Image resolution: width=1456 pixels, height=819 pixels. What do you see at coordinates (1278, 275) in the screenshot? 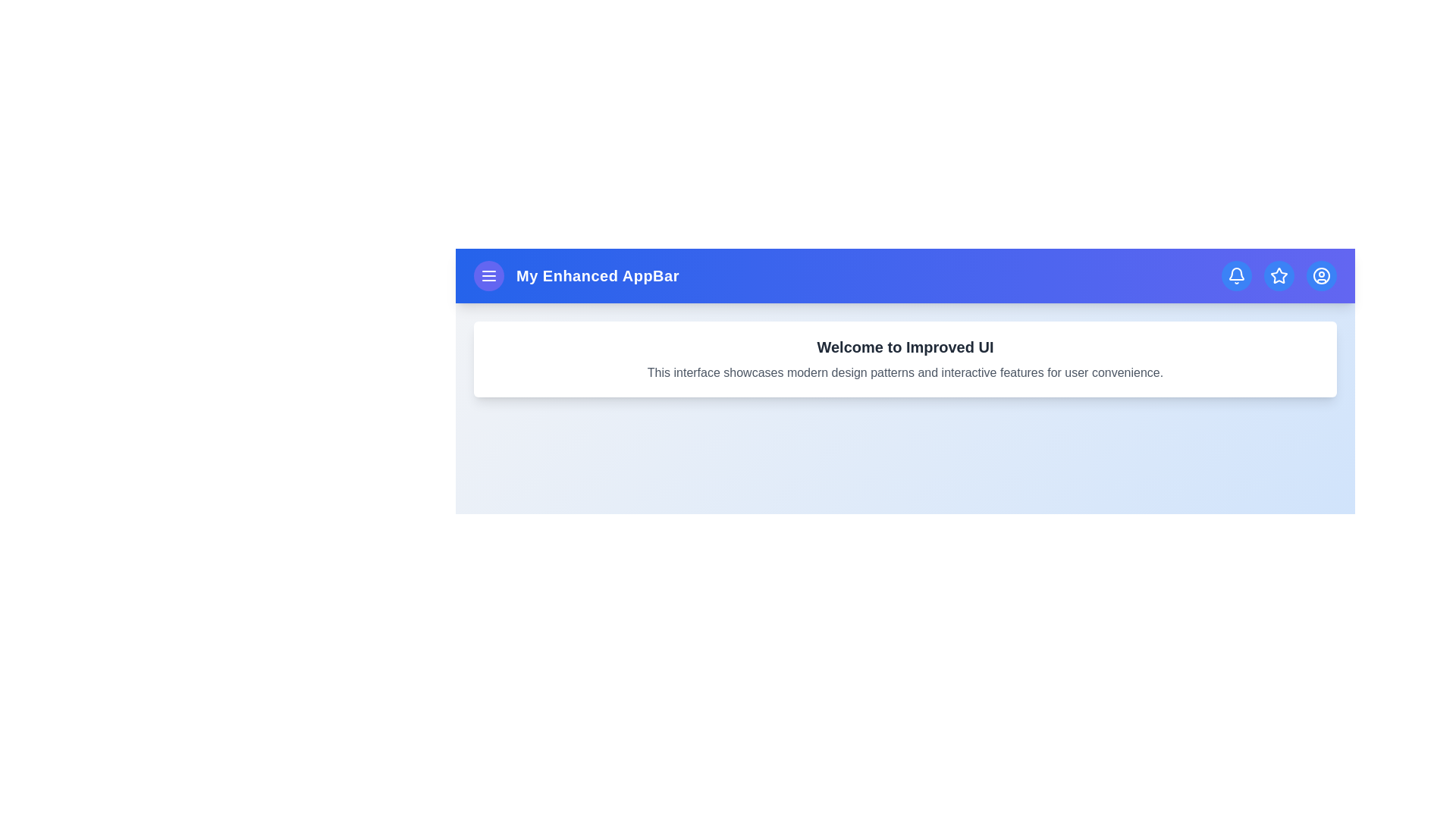
I see `the star icon to mark as favorite` at bounding box center [1278, 275].